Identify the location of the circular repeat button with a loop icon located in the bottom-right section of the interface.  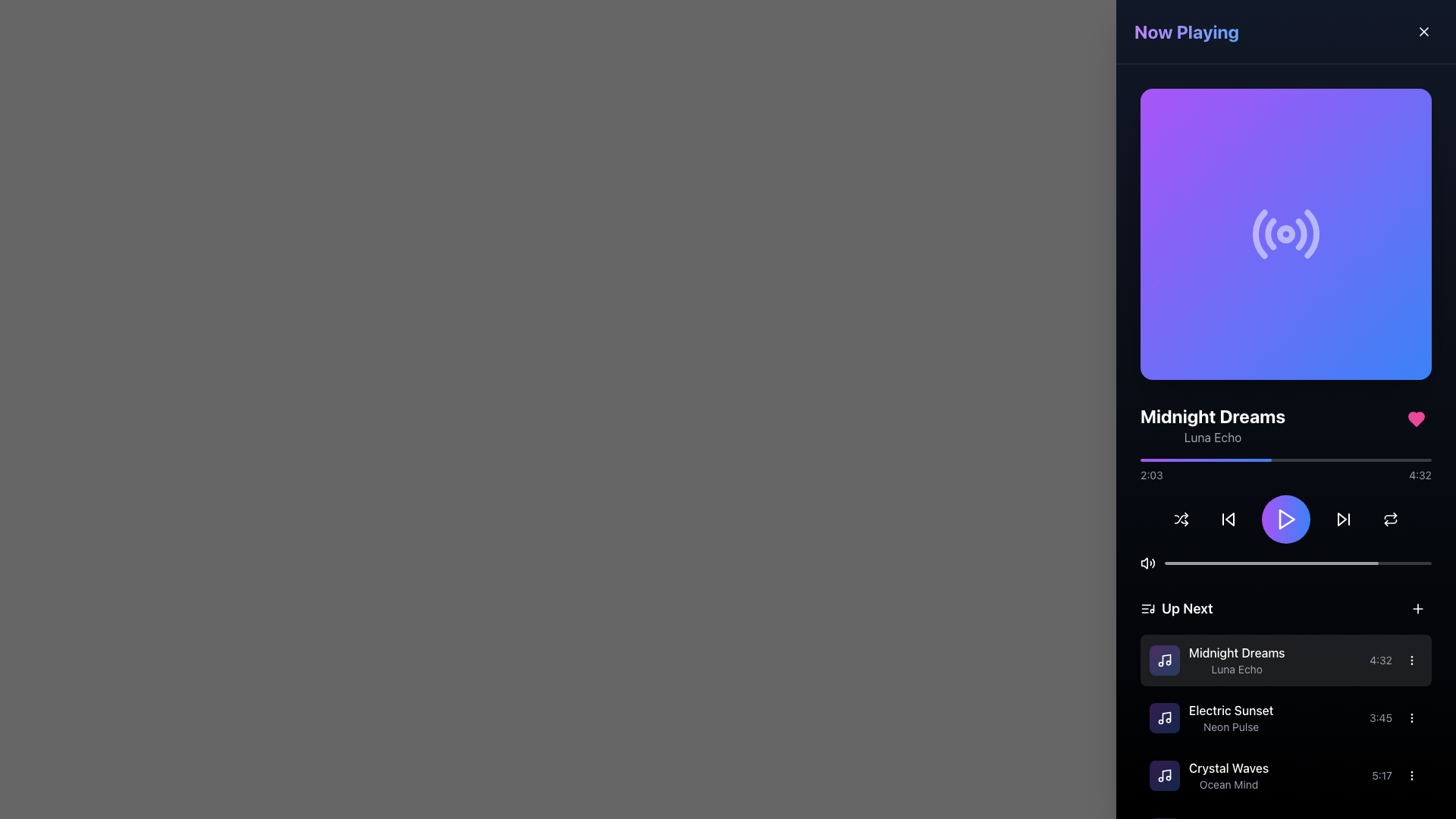
(1390, 519).